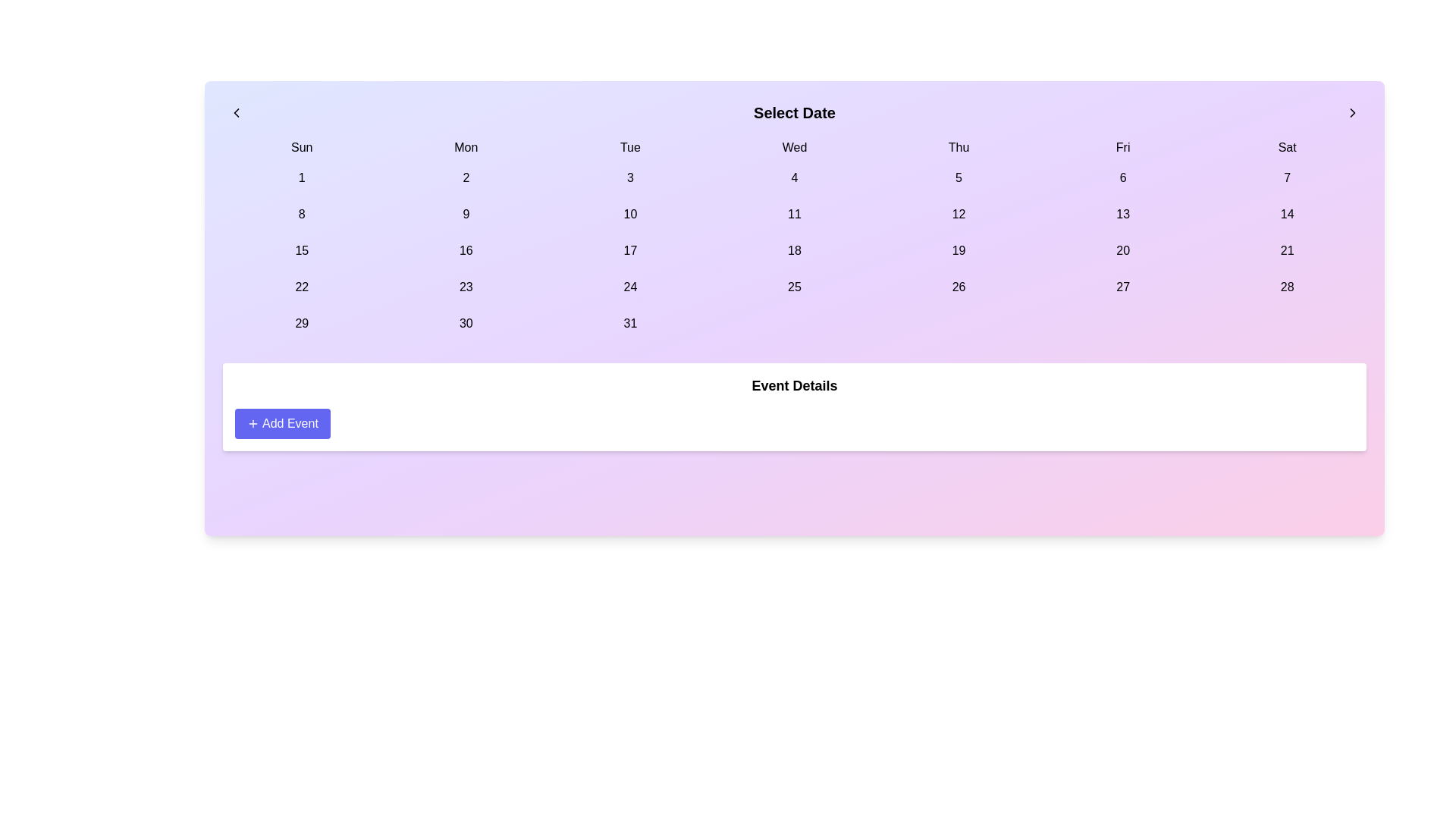 The image size is (1456, 819). What do you see at coordinates (236, 112) in the screenshot?
I see `the leftward-pointing chevron icon in the upper-left corner of the interface using keyboard controls to focus on it` at bounding box center [236, 112].